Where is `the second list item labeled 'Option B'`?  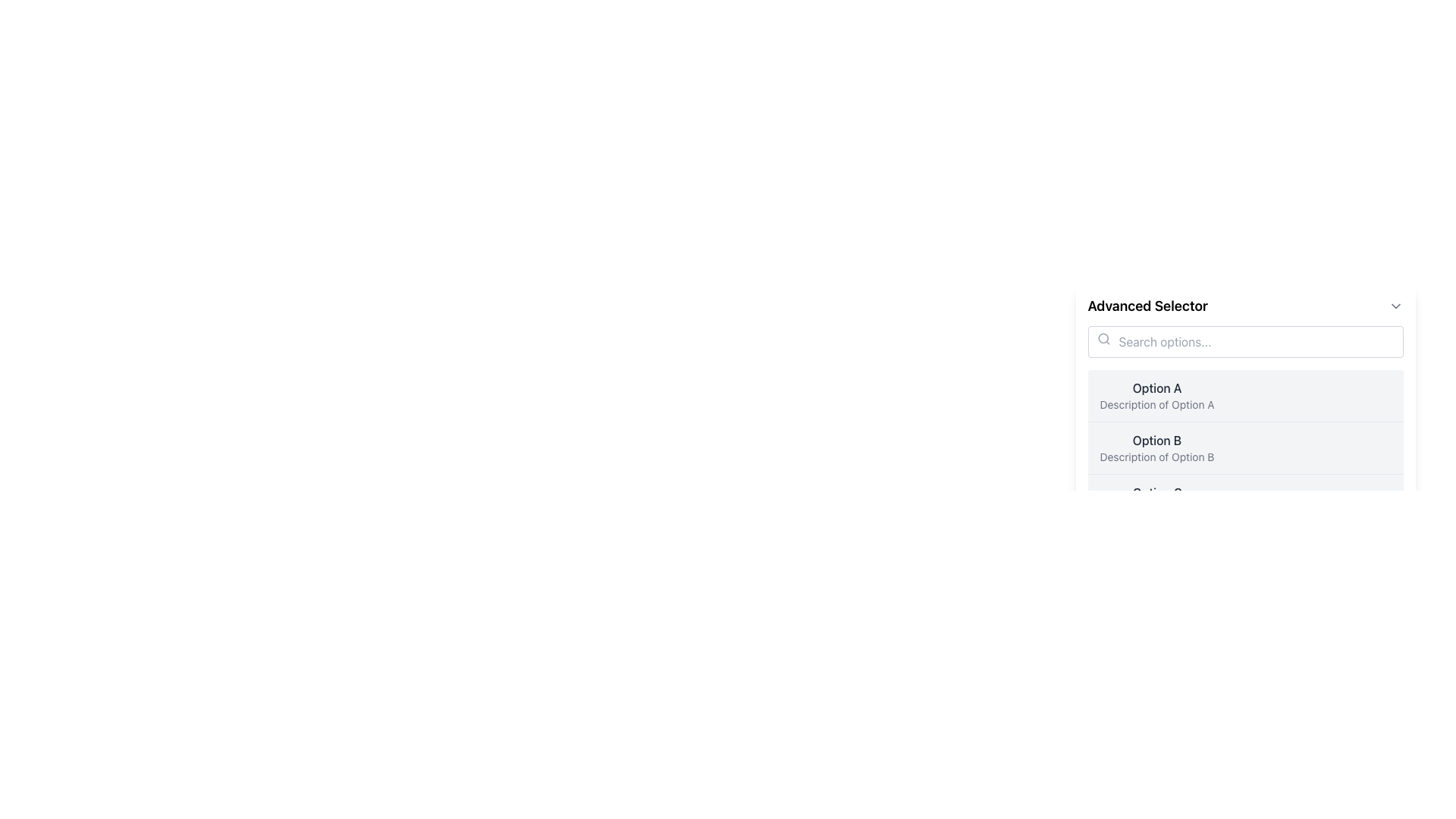 the second list item labeled 'Option B' is located at coordinates (1245, 447).